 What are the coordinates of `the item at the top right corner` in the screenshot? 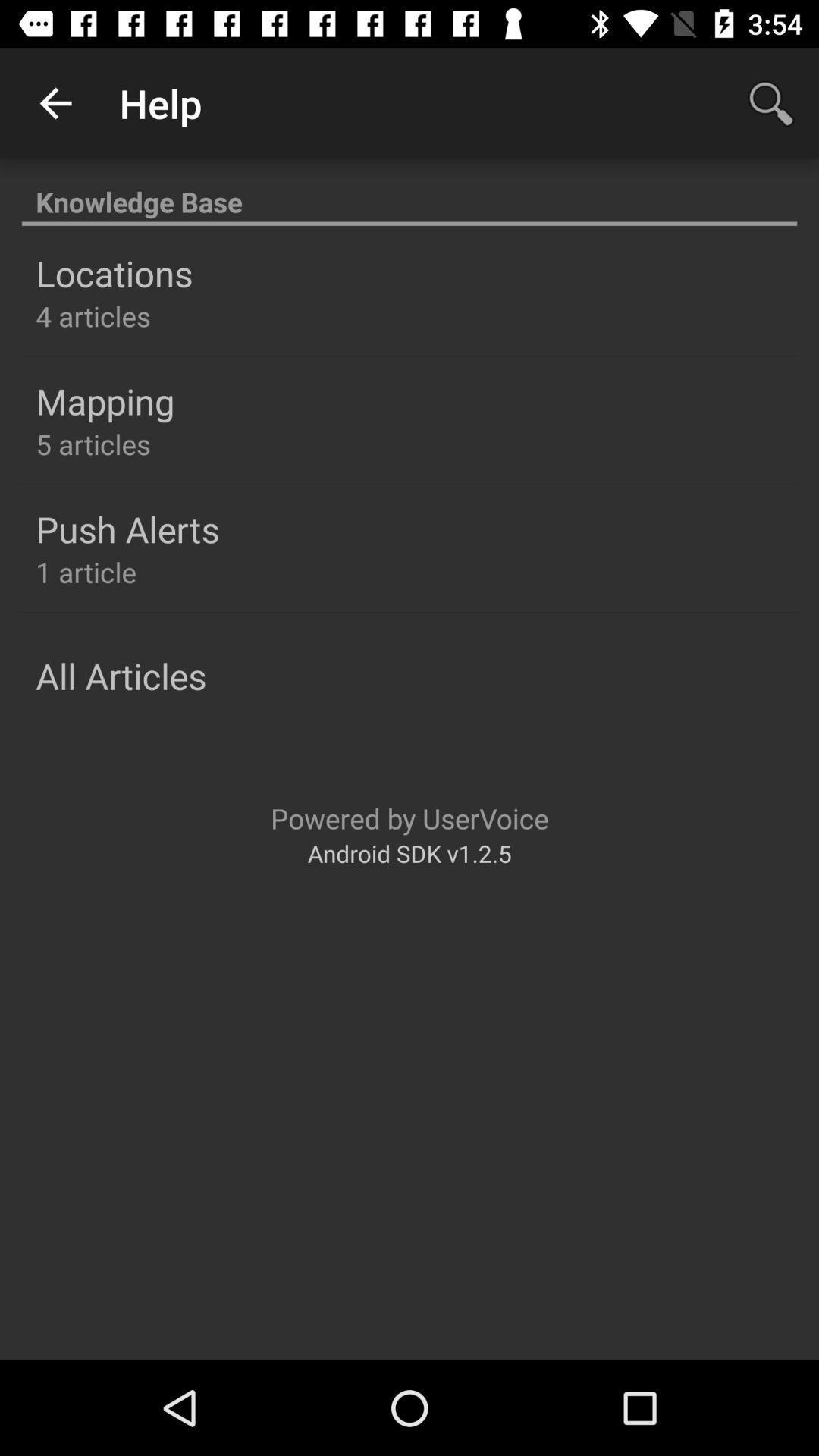 It's located at (771, 102).